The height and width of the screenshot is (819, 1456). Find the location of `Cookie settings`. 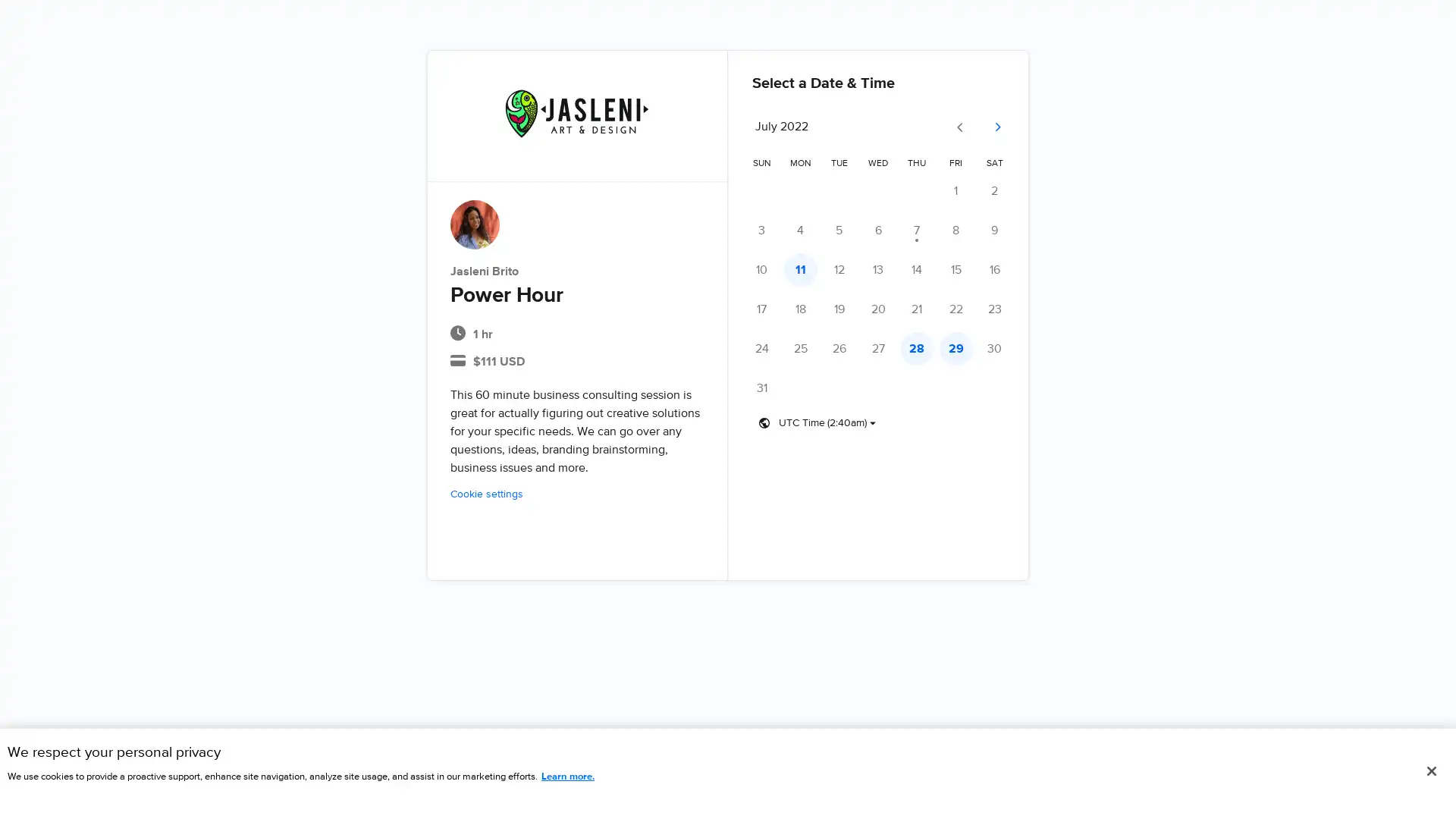

Cookie settings is located at coordinates (483, 494).